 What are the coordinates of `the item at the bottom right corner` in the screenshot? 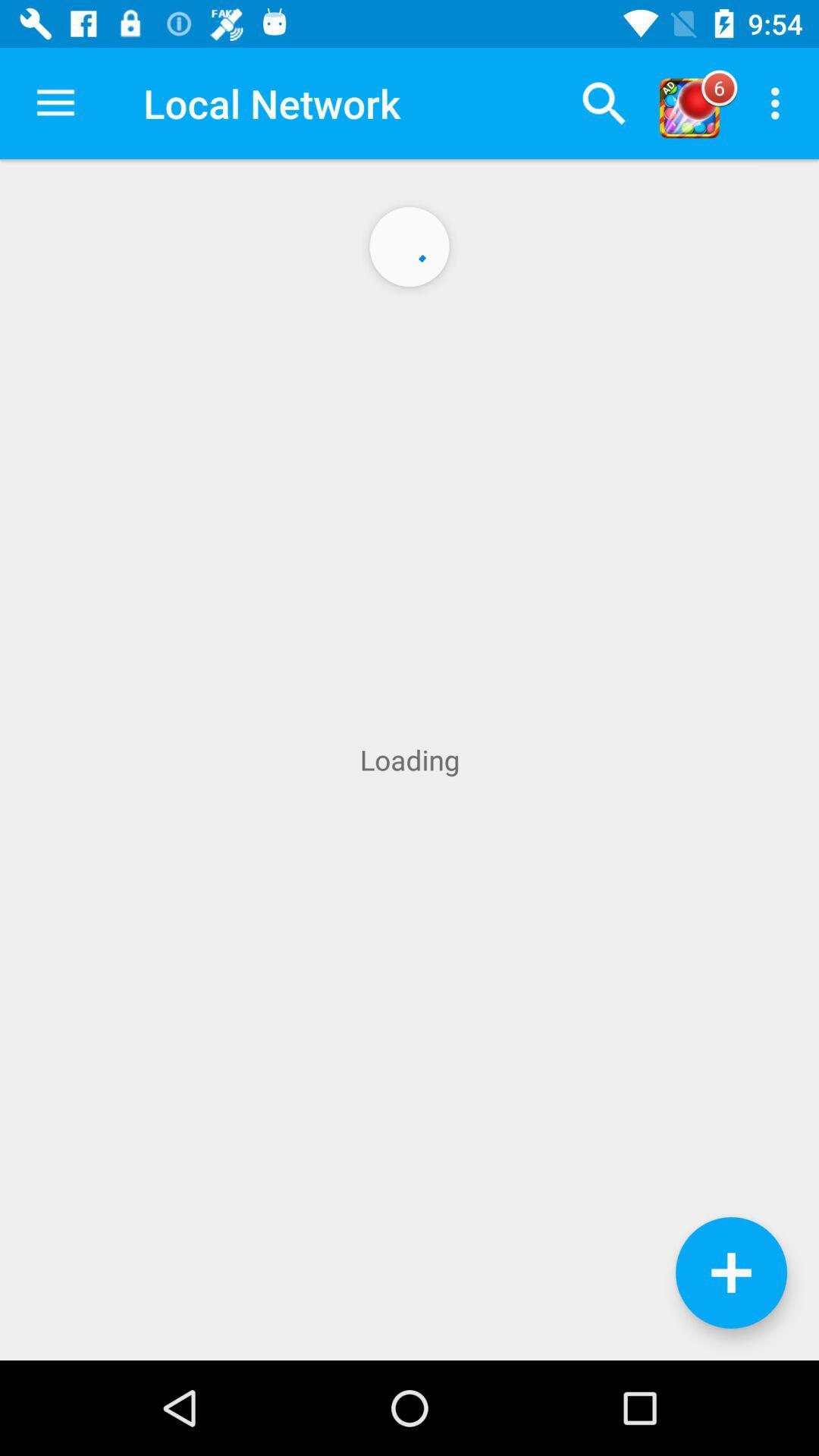 It's located at (730, 1272).